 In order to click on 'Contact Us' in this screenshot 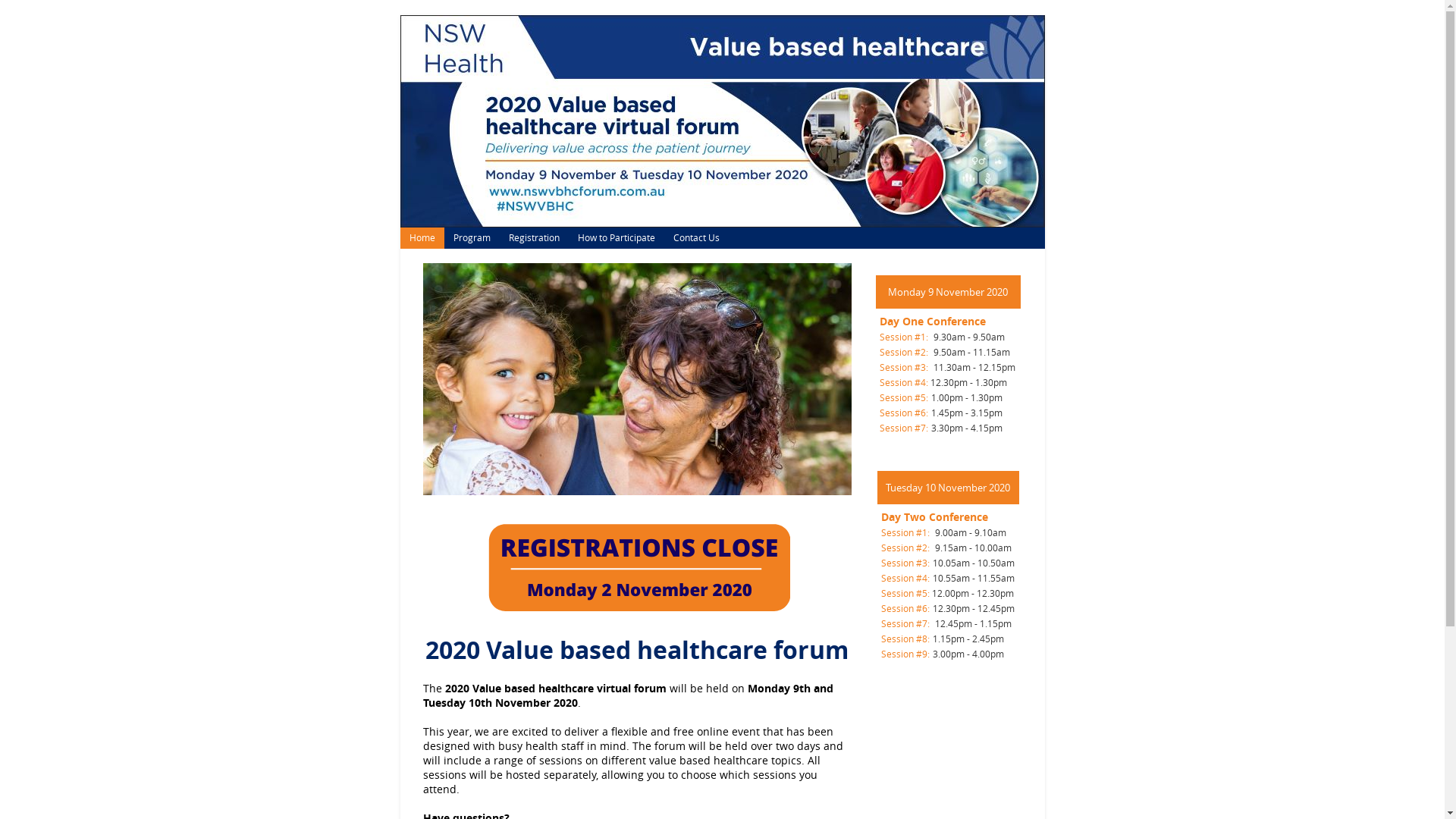, I will do `click(695, 237)`.